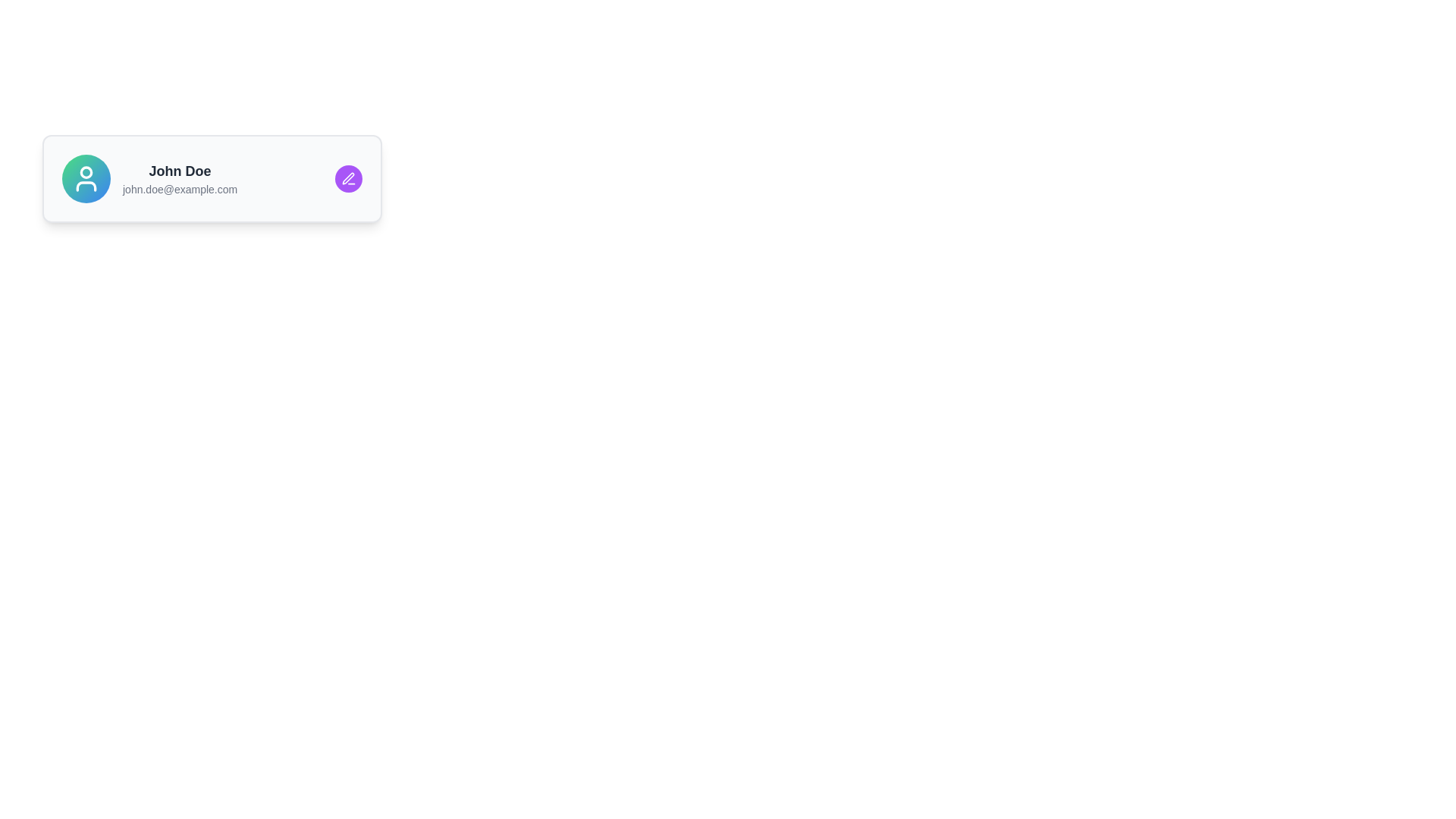  Describe the element at coordinates (86, 171) in the screenshot. I see `the small circular shape representing the head in the user profile icon, which is located at the top-central region of the SVG` at that location.